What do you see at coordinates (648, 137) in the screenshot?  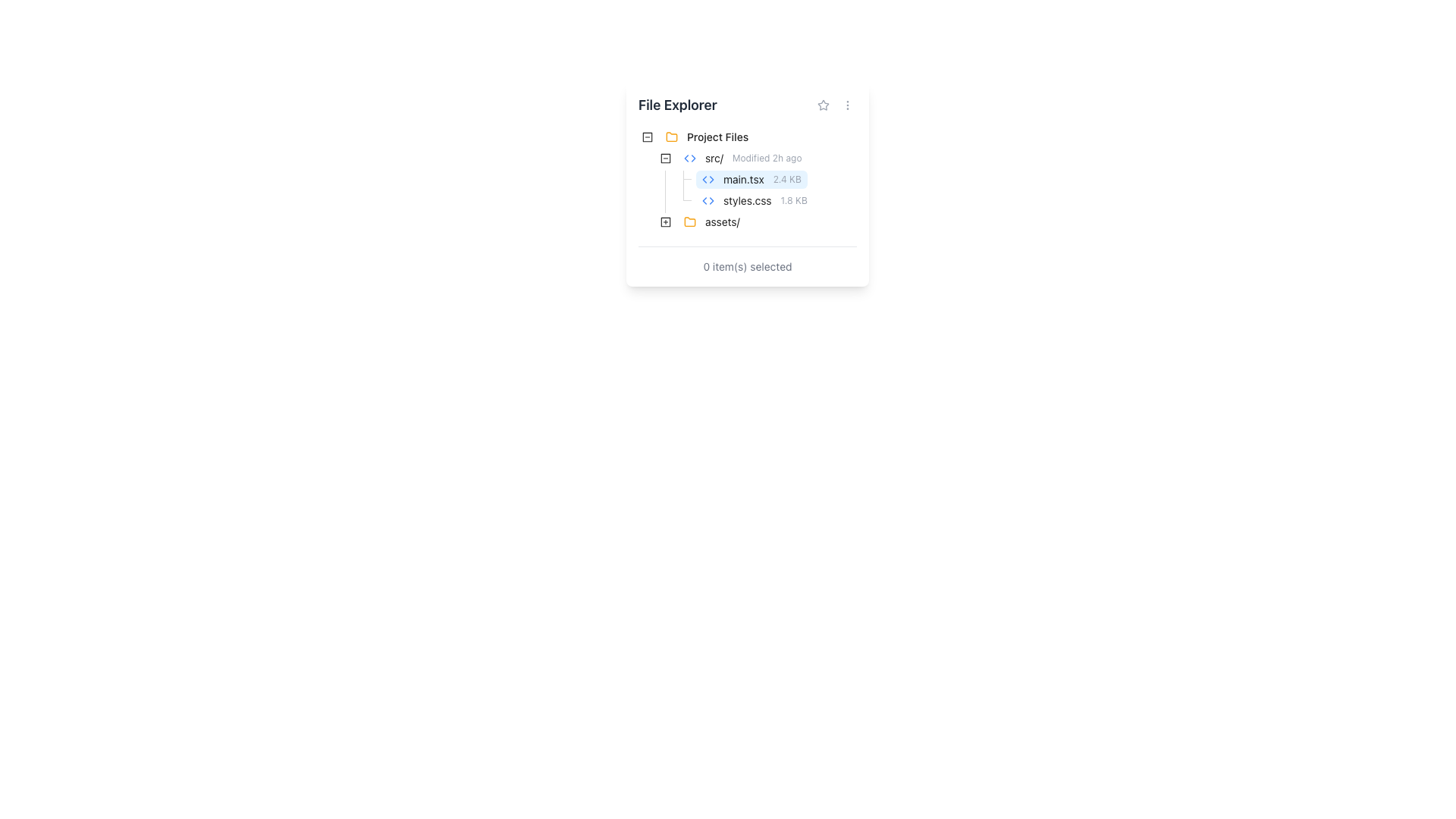 I see `the minus-square toggle button located to the left of the 'src/' label` at bounding box center [648, 137].